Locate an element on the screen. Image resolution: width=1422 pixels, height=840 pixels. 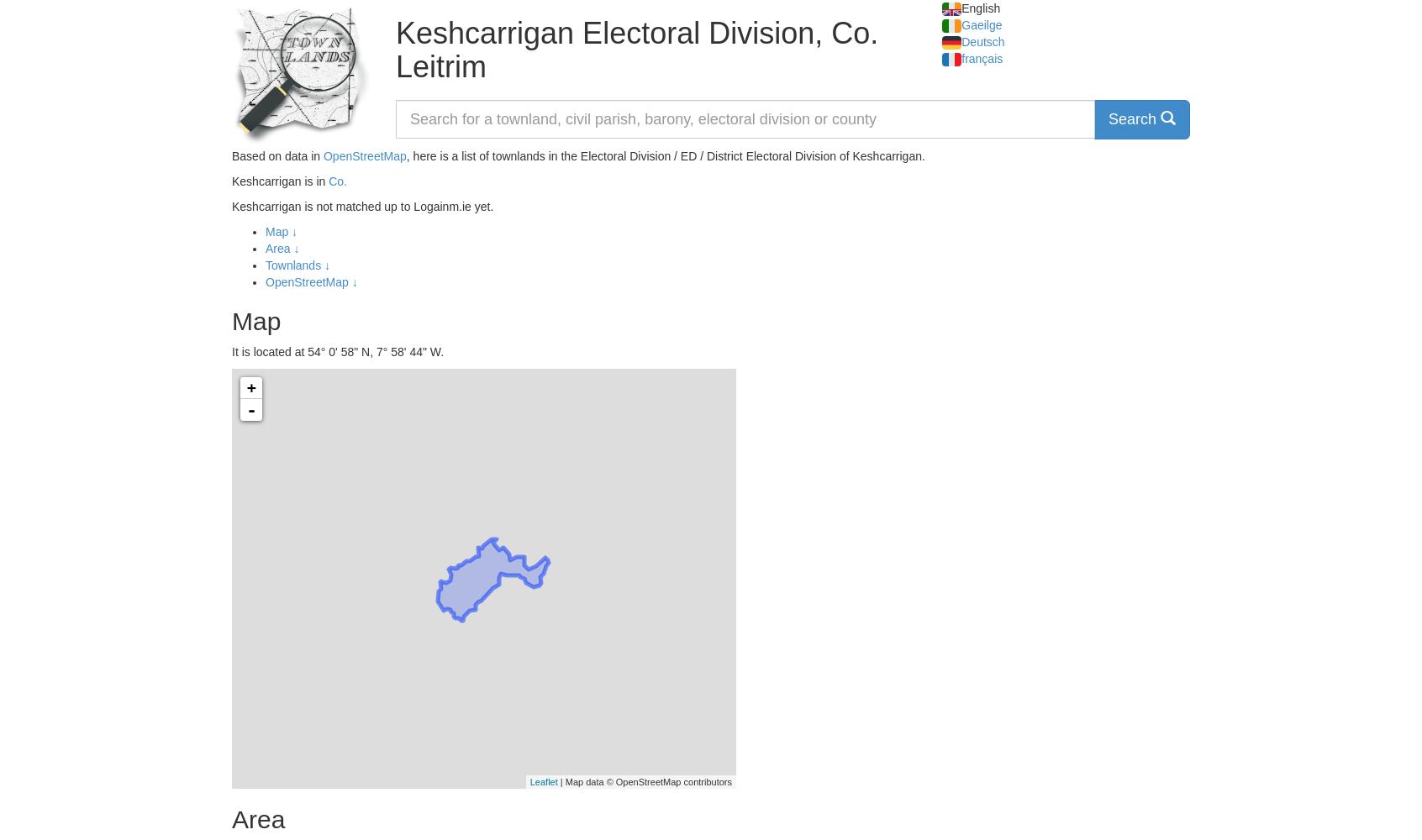
'Based on data in' is located at coordinates (276, 156).